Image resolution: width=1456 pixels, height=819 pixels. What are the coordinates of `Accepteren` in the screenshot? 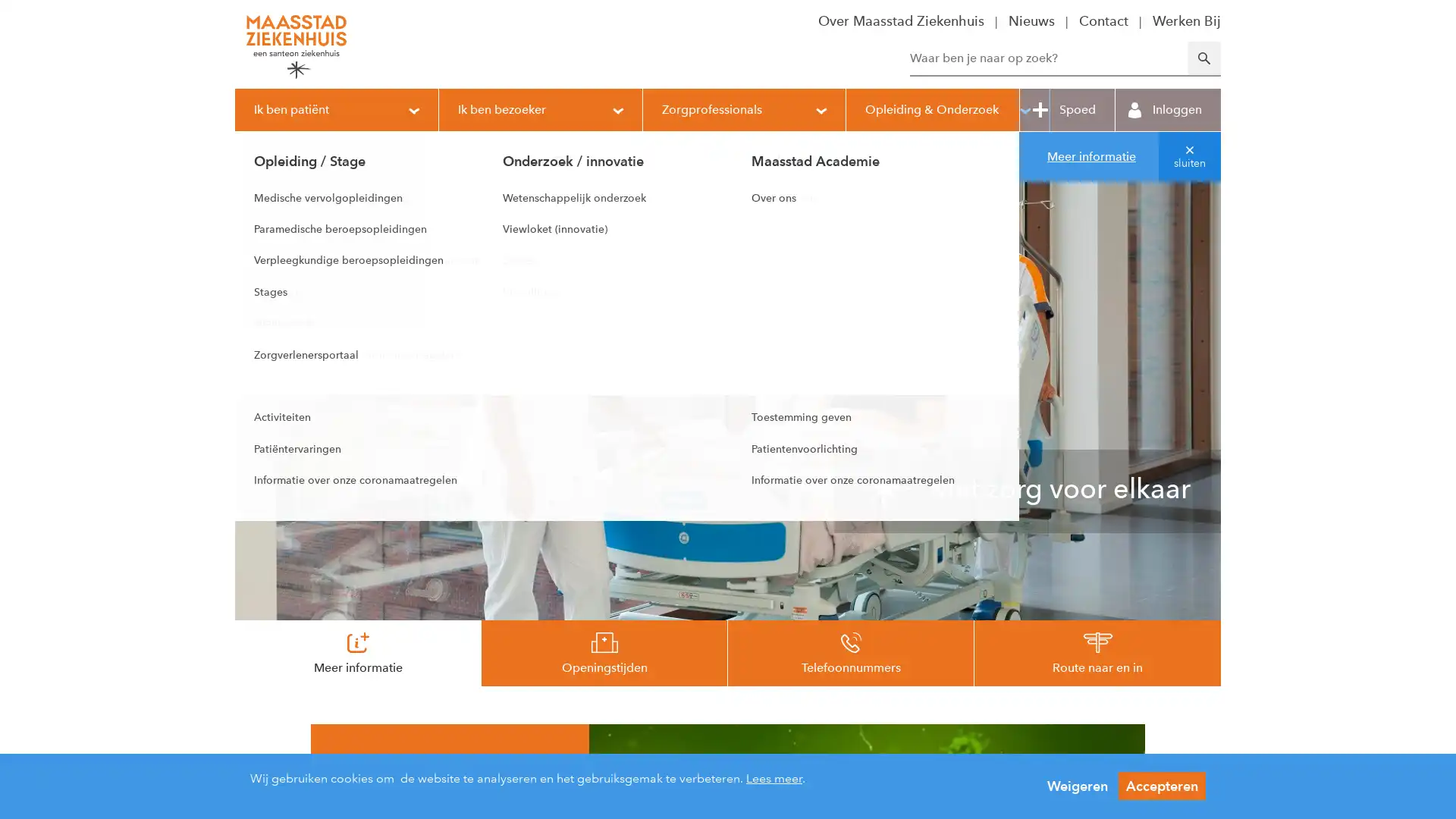 It's located at (1161, 785).